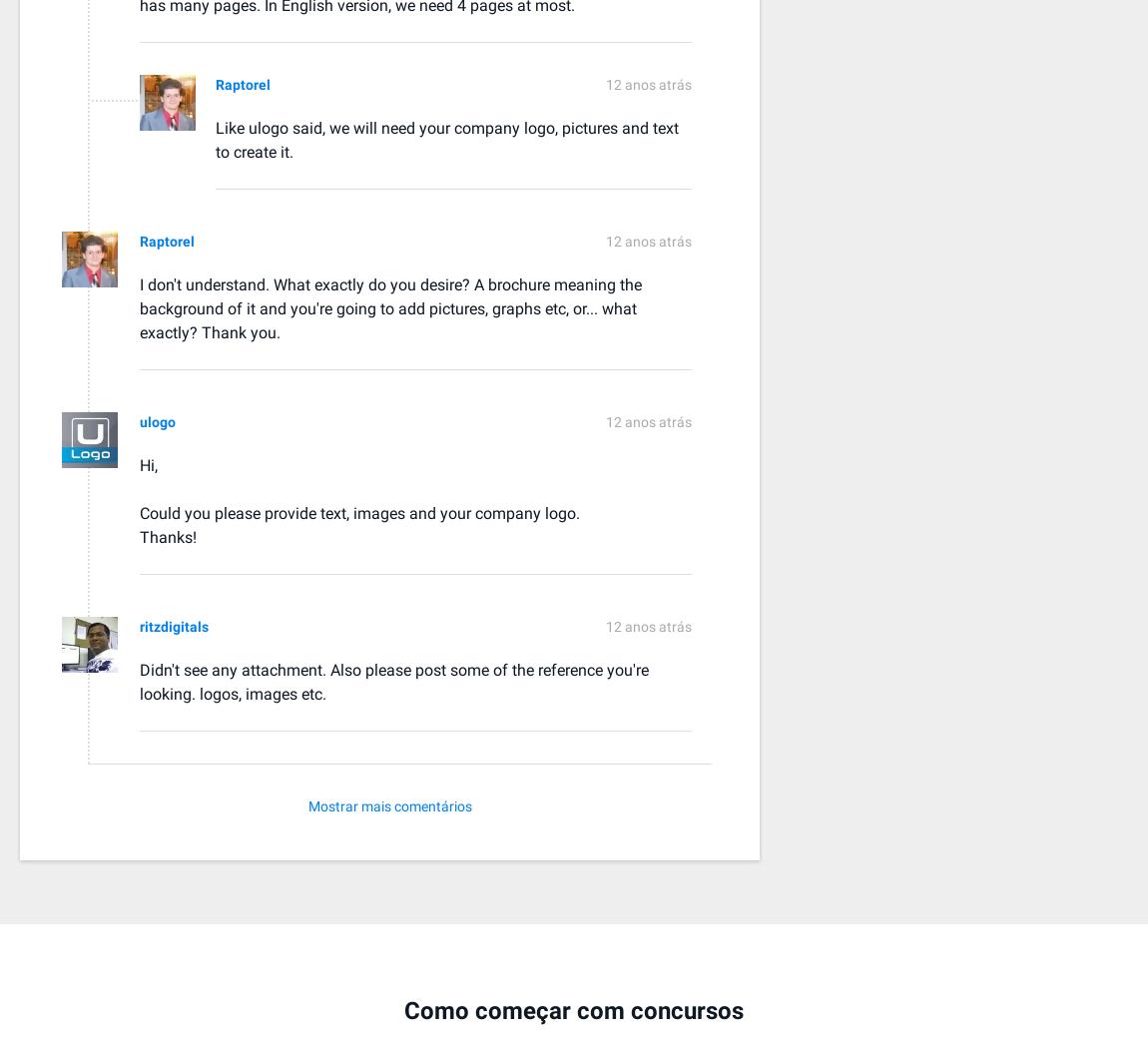 This screenshot has height=1043, width=1148. What do you see at coordinates (138, 511) in the screenshot?
I see `'Could you please provide text, images and your company logo.'` at bounding box center [138, 511].